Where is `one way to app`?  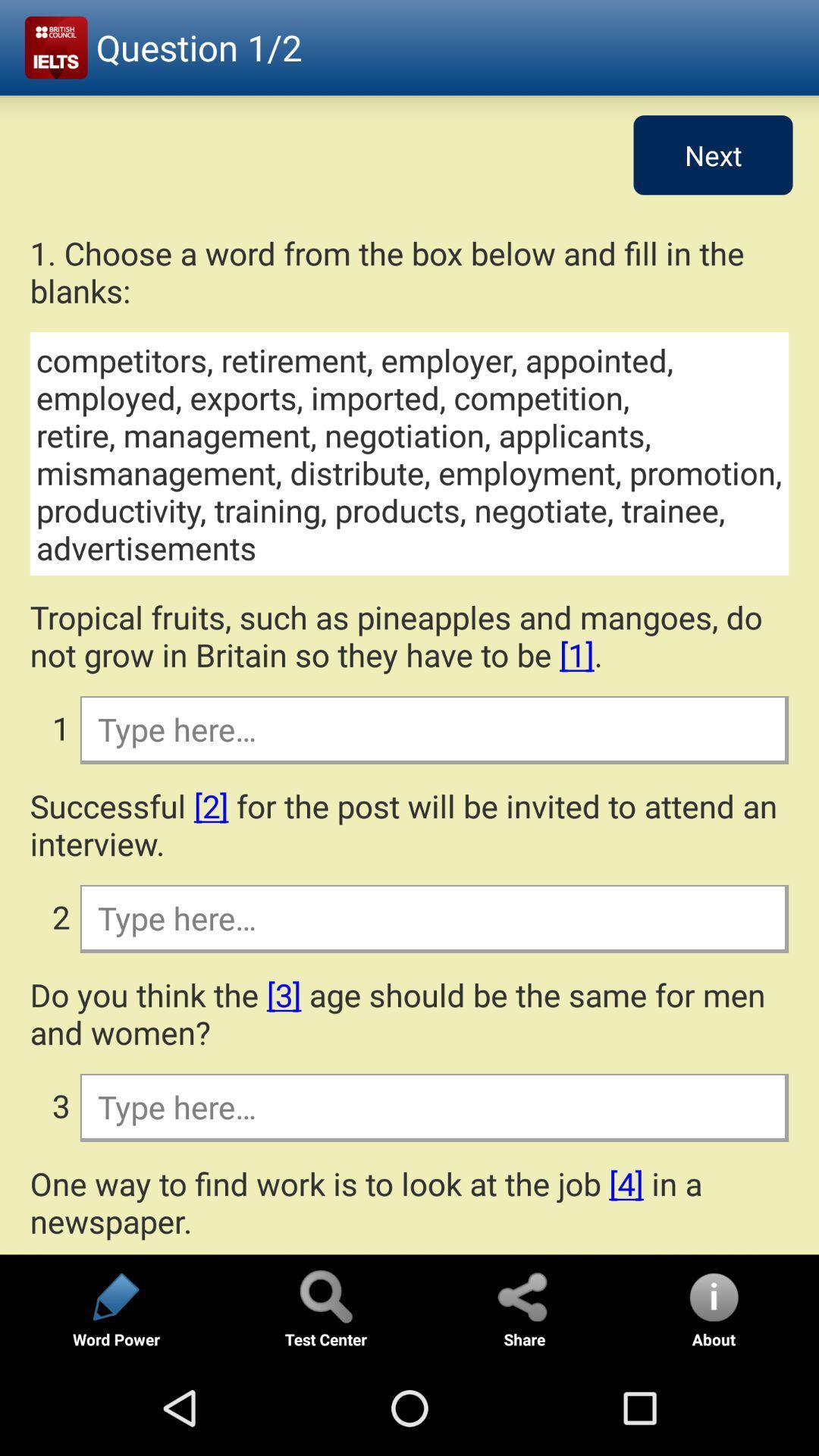
one way to app is located at coordinates (409, 1201).